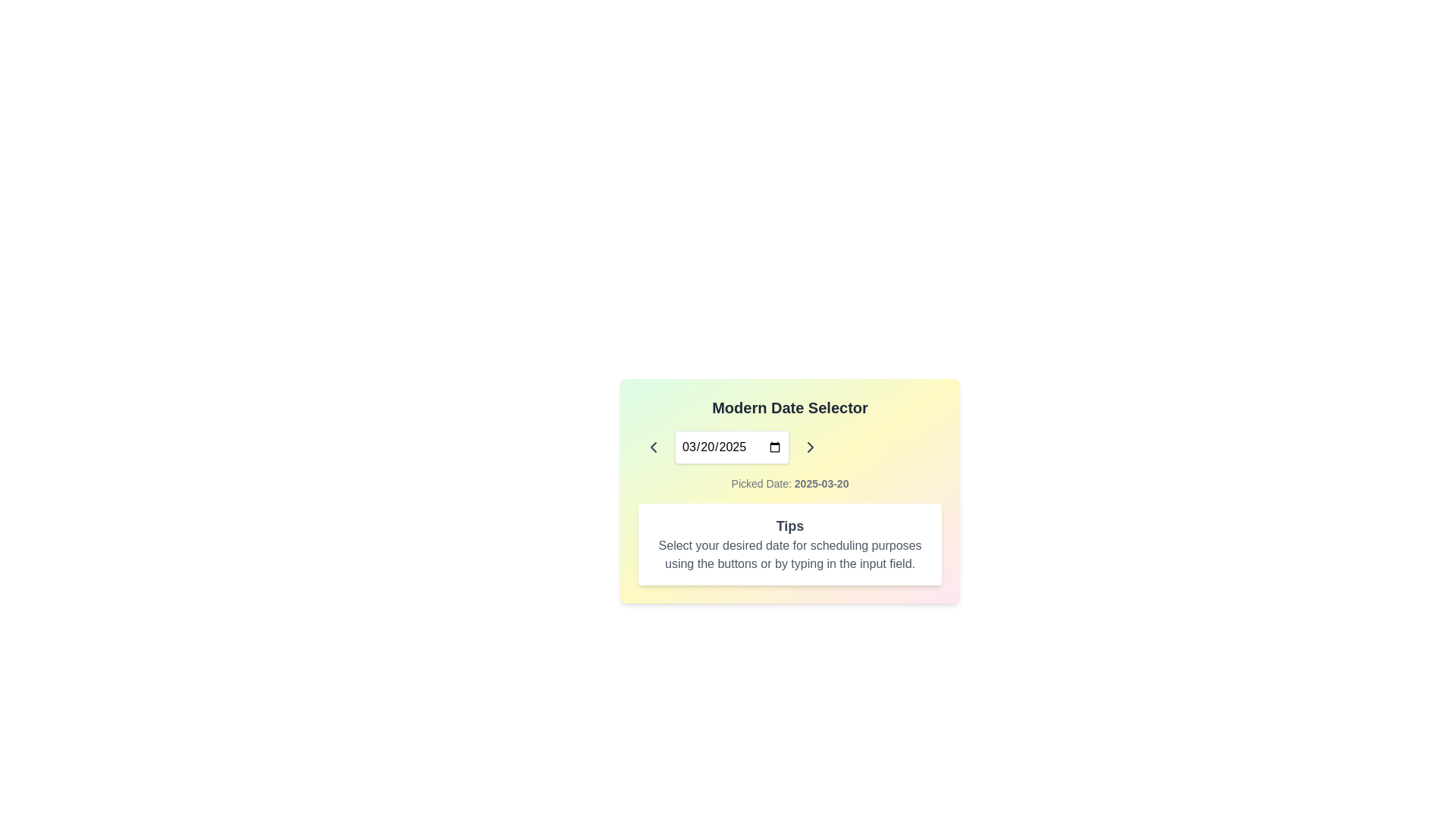  Describe the element at coordinates (654, 447) in the screenshot. I see `the left navigation button for the date selector, which is located to the left of the date input field, to indicate focus` at that location.